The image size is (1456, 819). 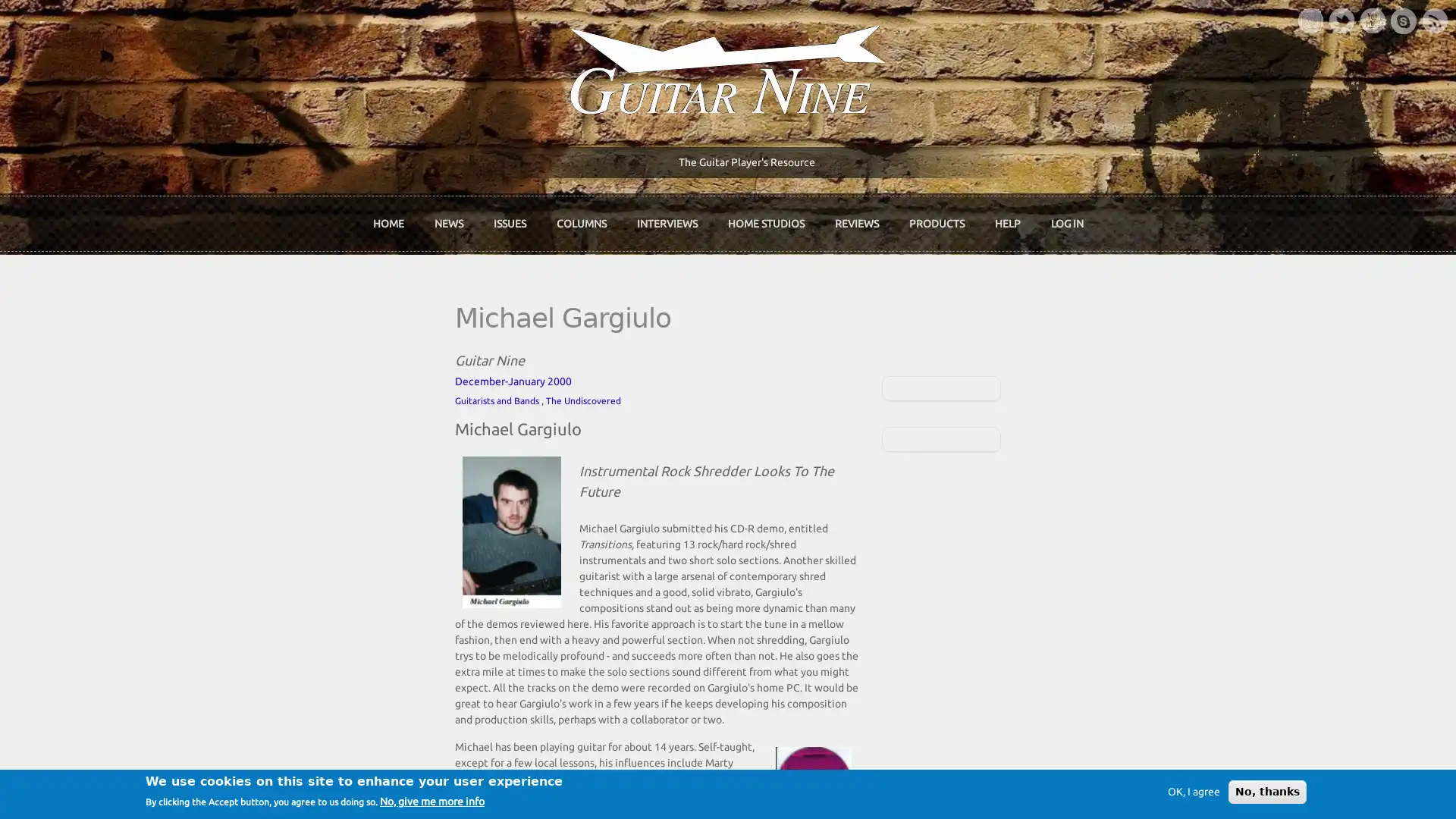 What do you see at coordinates (431, 801) in the screenshot?
I see `No, give me more info` at bounding box center [431, 801].